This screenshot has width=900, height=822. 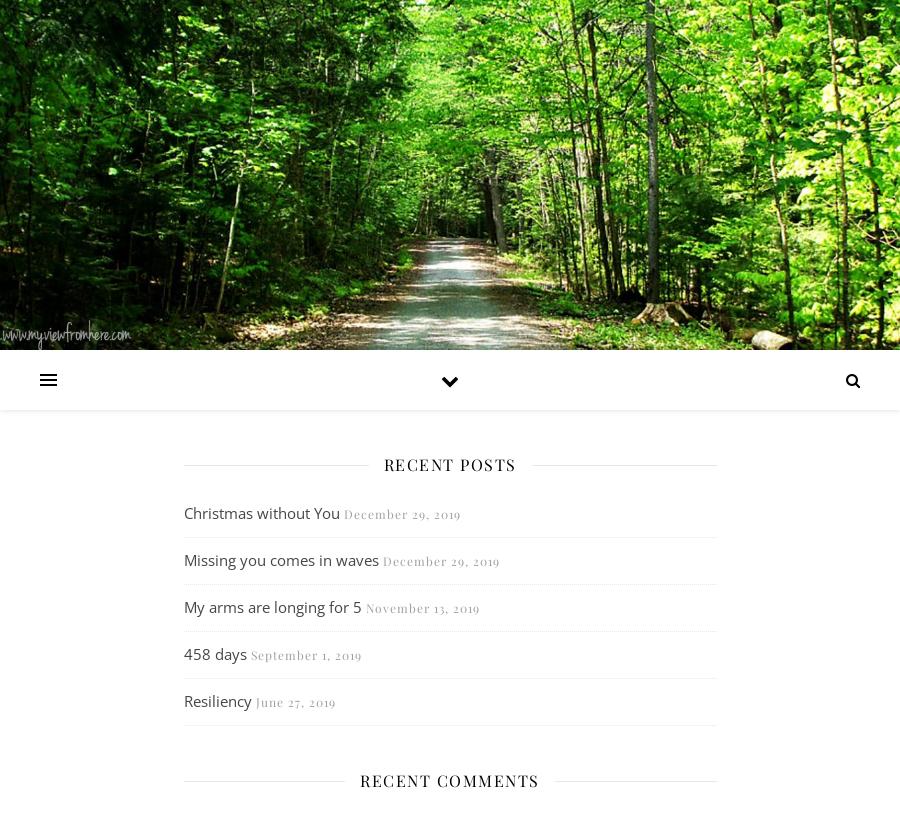 What do you see at coordinates (214, 653) in the screenshot?
I see `'458 days'` at bounding box center [214, 653].